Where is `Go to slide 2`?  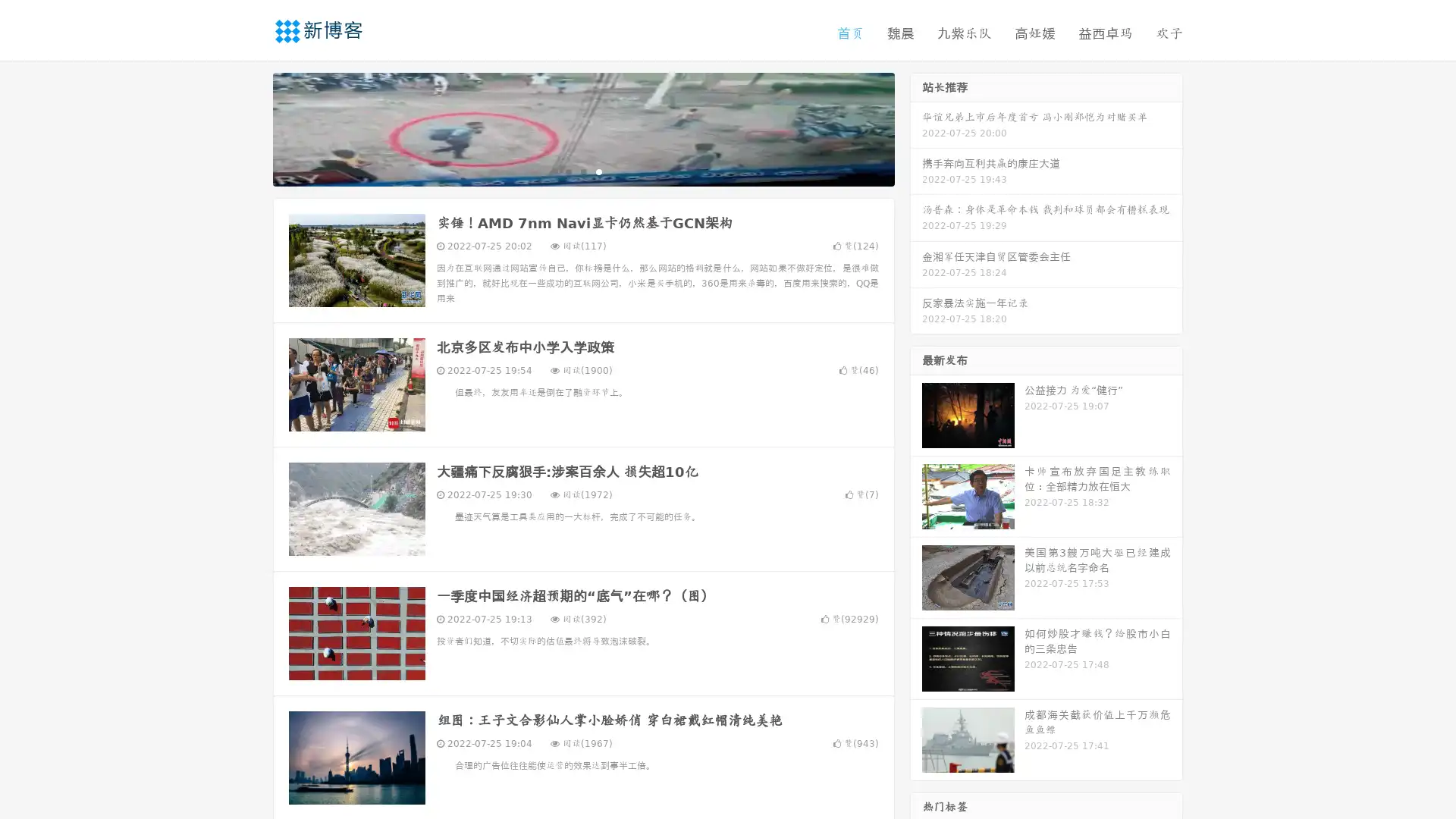
Go to slide 2 is located at coordinates (582, 171).